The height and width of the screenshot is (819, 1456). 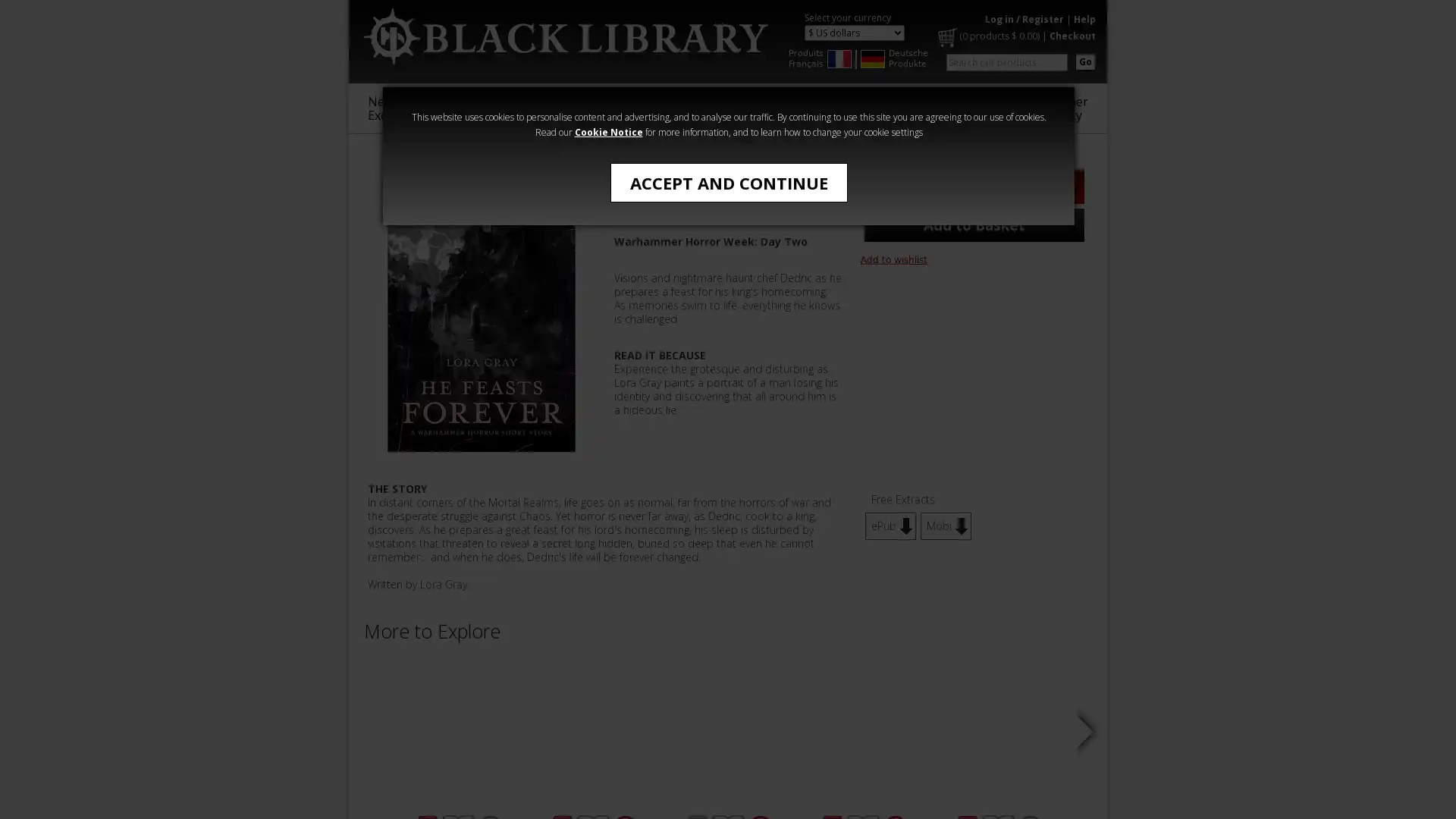 I want to click on Add to Basket, so click(x=974, y=225).